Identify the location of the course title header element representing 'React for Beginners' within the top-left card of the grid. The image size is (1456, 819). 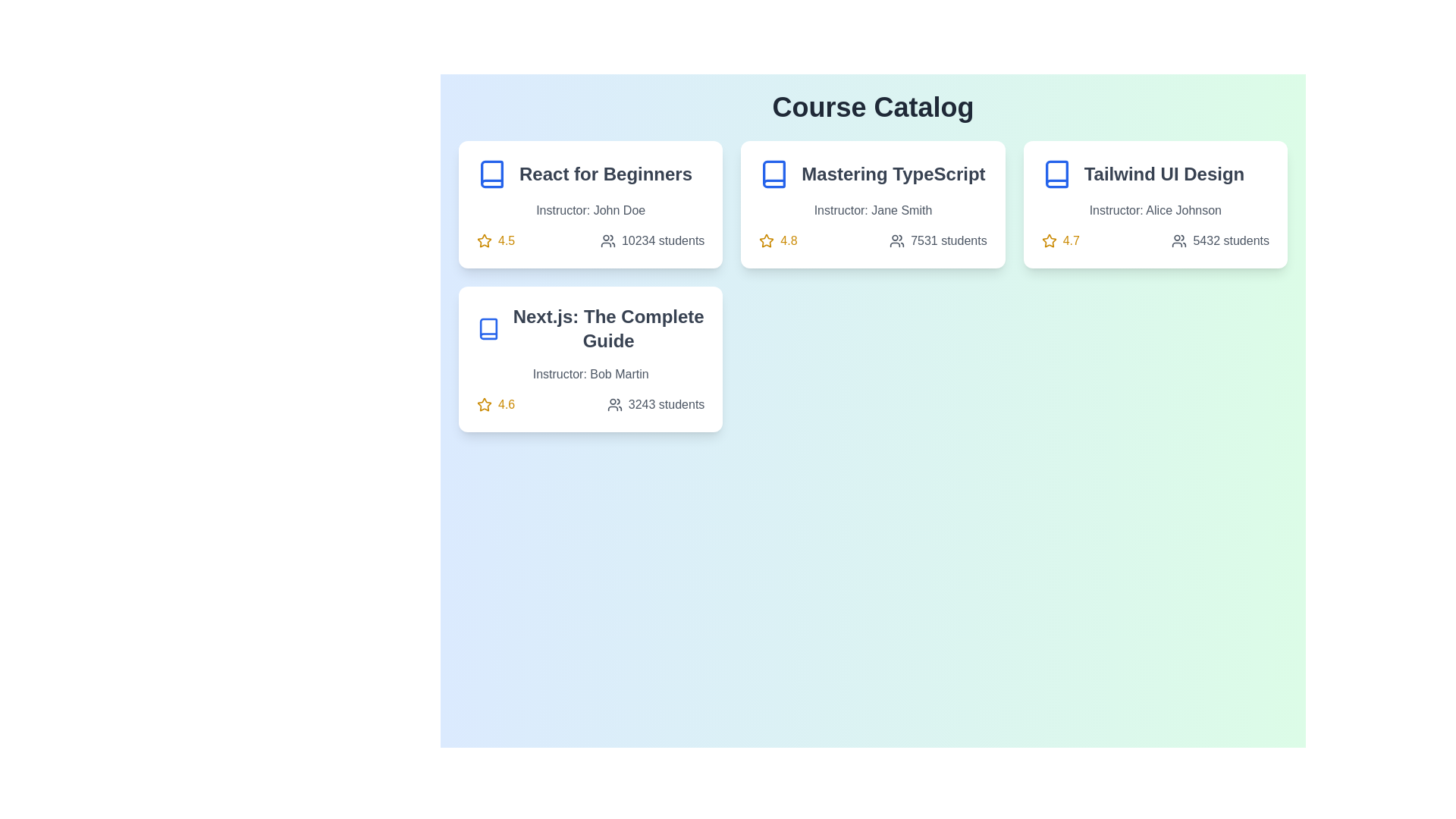
(590, 174).